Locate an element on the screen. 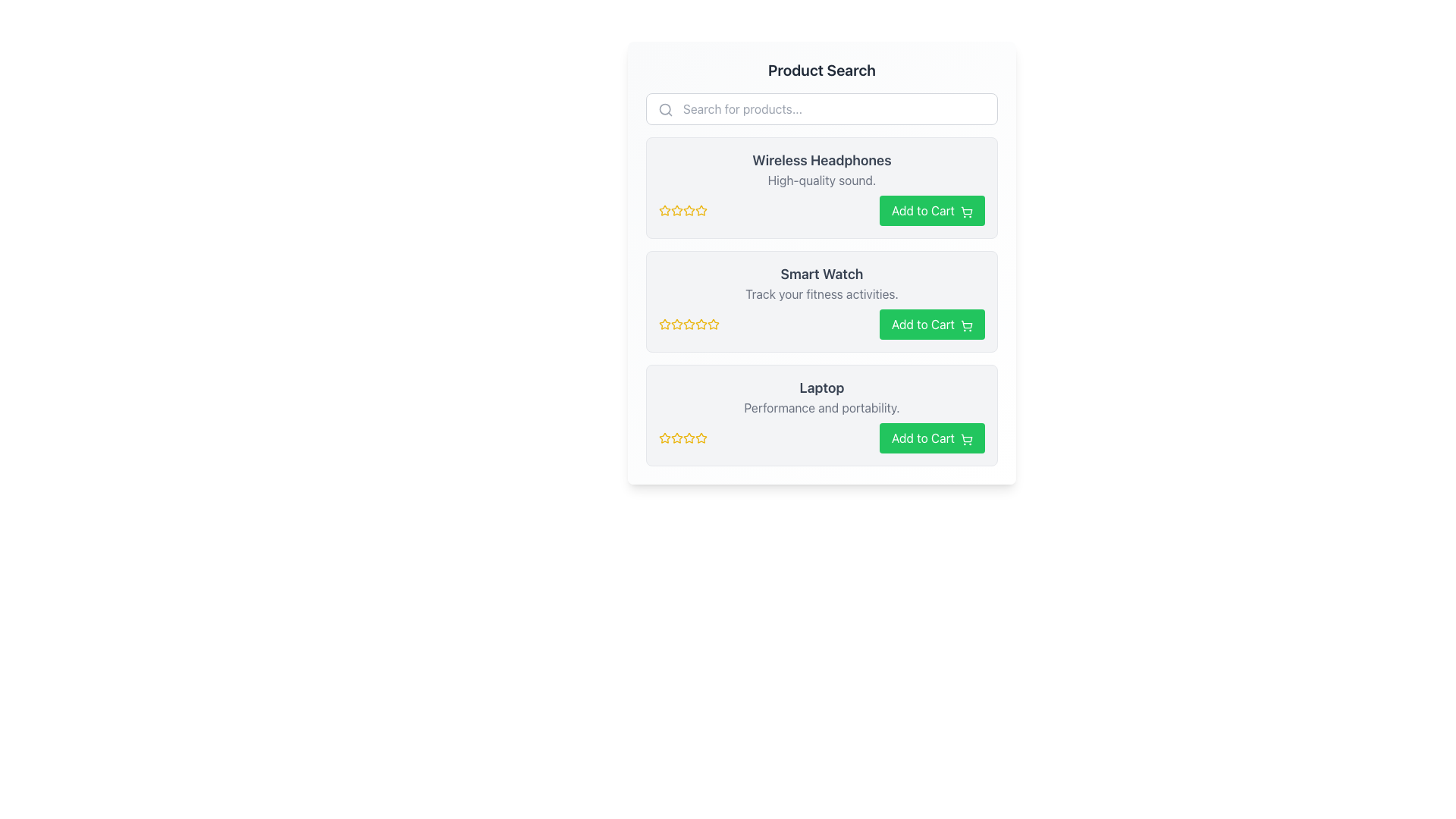  the magnifying glass icon located to the left of the search input field, which represents a search tool is located at coordinates (666, 109).